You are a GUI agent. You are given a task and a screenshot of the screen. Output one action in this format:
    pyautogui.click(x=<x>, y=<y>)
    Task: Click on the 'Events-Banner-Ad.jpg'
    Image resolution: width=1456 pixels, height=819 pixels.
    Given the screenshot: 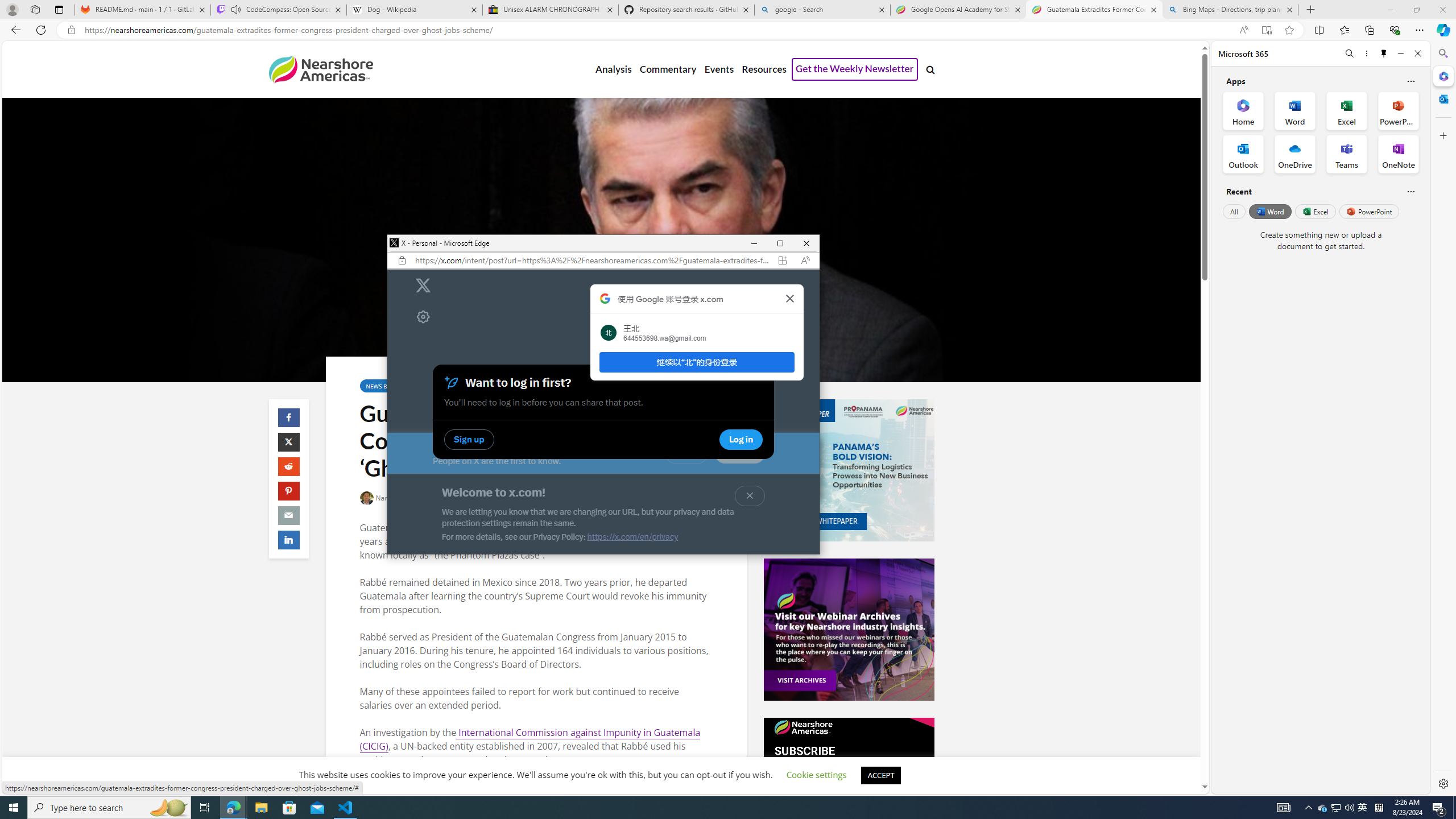 What is the action you would take?
    pyautogui.click(x=848, y=629)
    